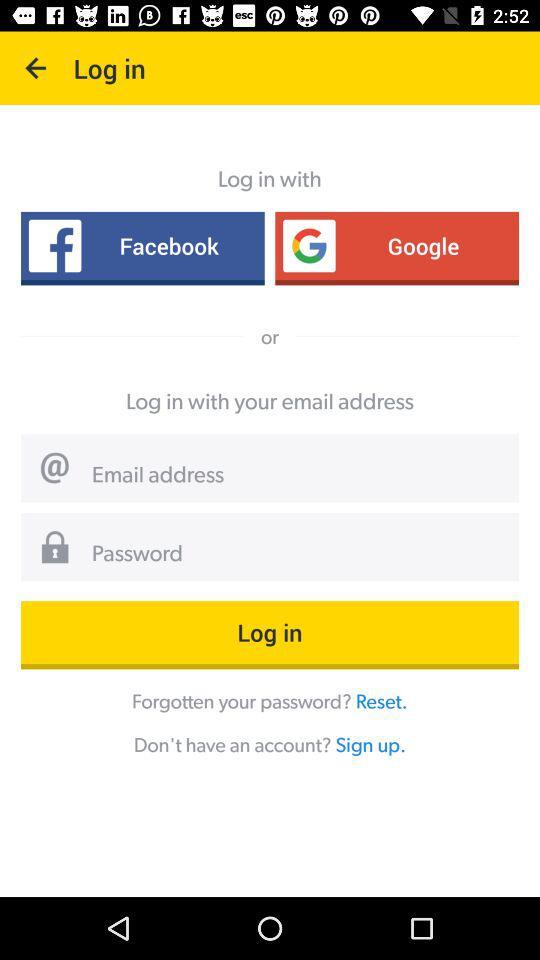  Describe the element at coordinates (369, 743) in the screenshot. I see `the icon to the right of don t have item` at that location.